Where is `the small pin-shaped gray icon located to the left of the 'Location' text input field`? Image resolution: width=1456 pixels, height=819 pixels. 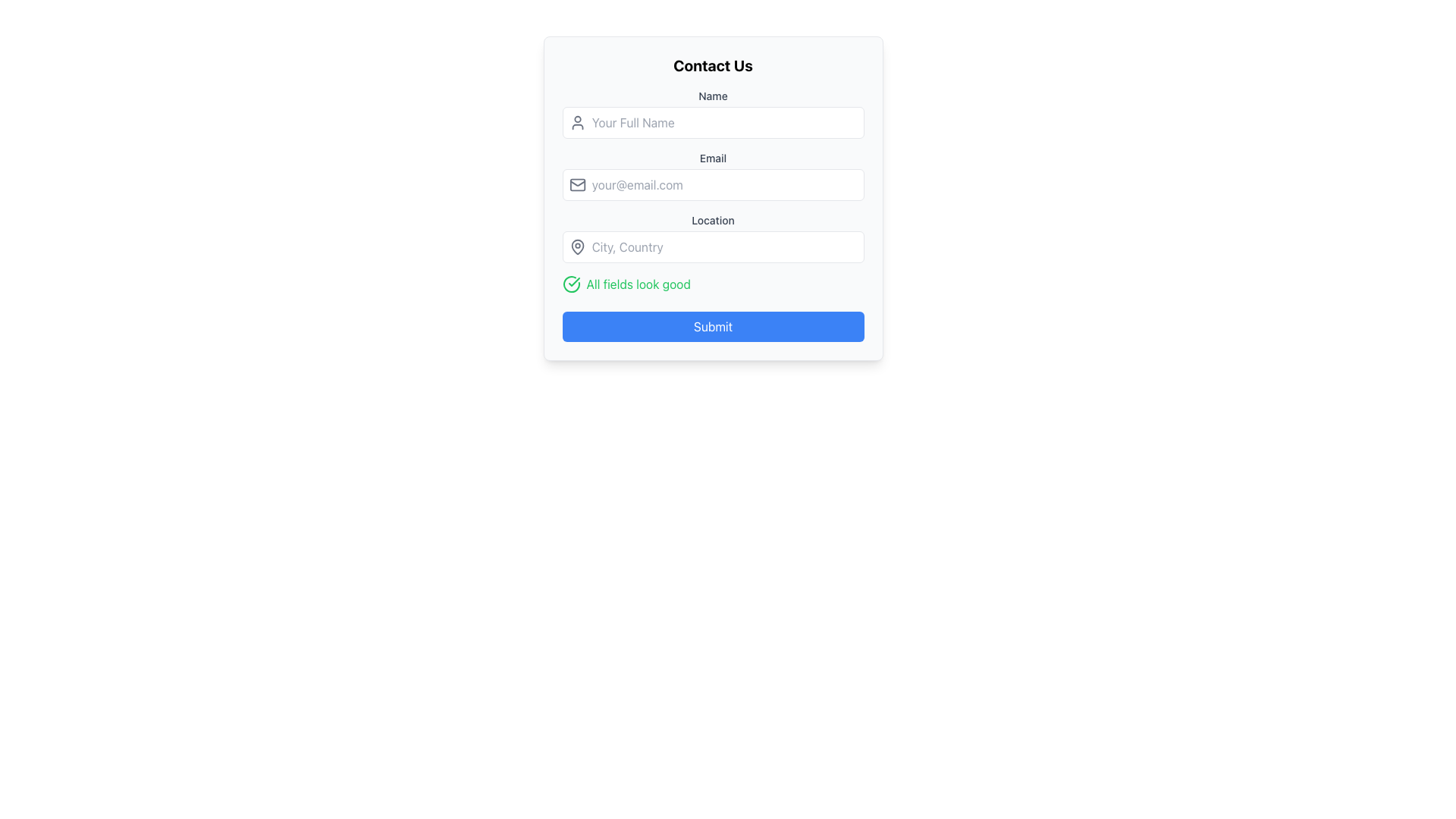 the small pin-shaped gray icon located to the left of the 'Location' text input field is located at coordinates (576, 246).